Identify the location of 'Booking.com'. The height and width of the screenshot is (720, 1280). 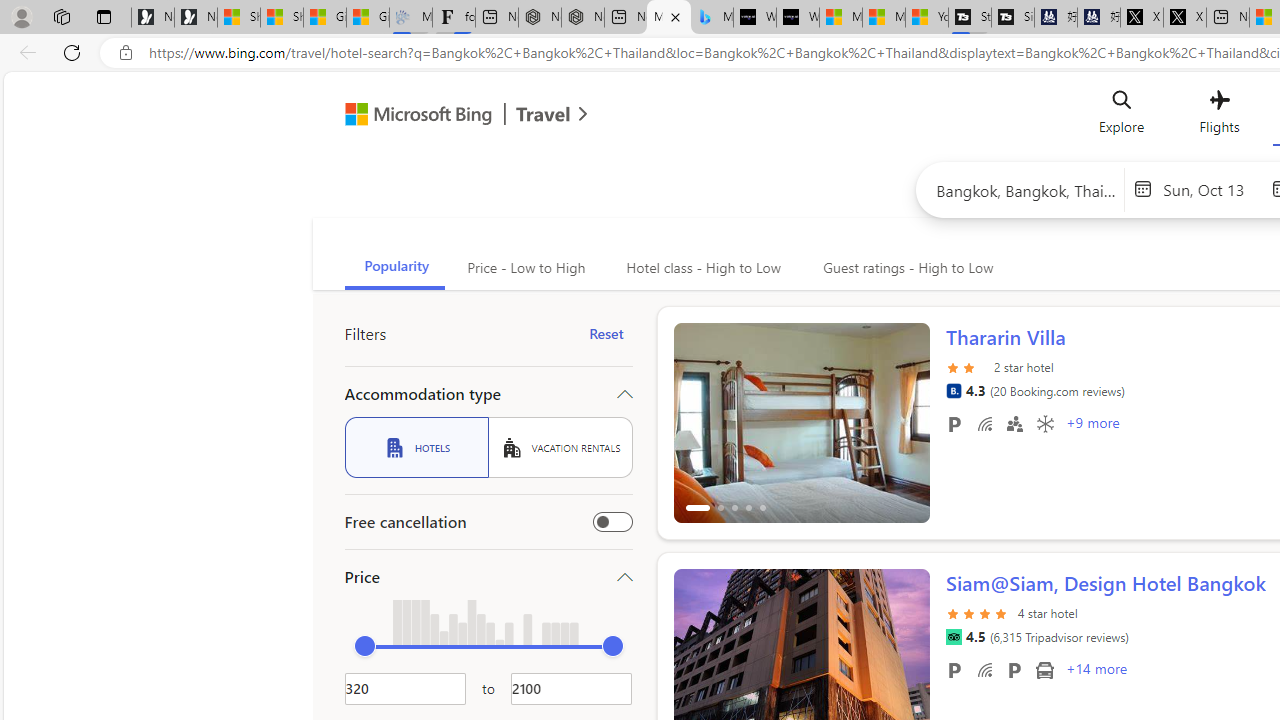
(952, 390).